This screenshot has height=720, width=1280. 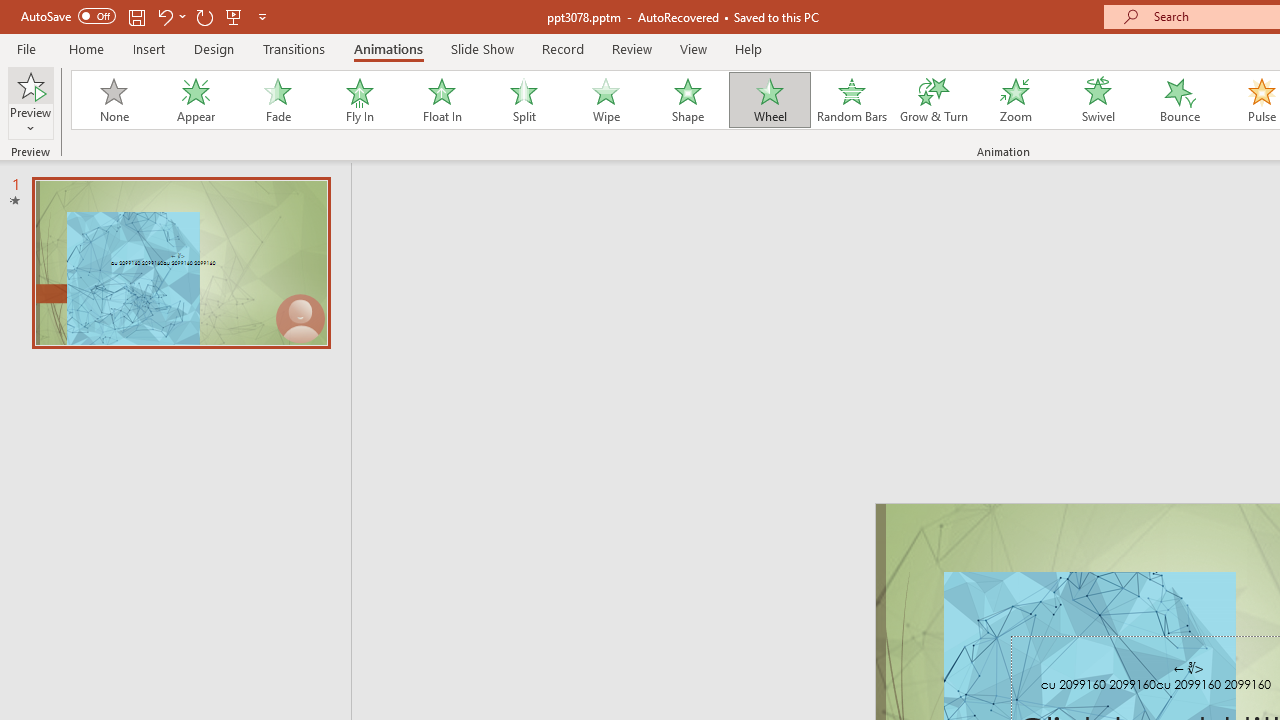 I want to click on 'Random Bars', so click(x=852, y=100).